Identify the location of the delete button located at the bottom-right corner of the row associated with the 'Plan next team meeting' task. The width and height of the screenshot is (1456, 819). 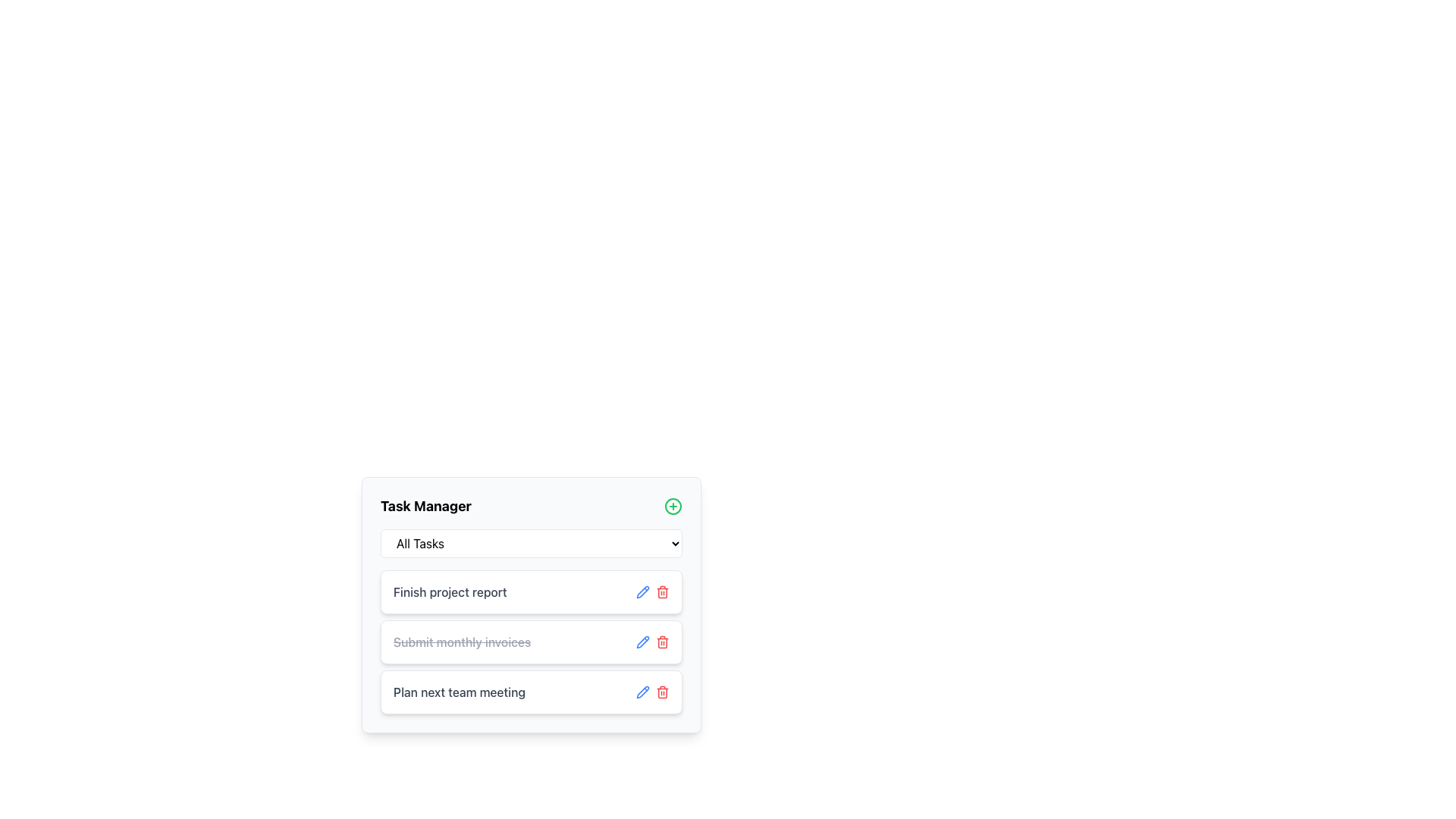
(662, 692).